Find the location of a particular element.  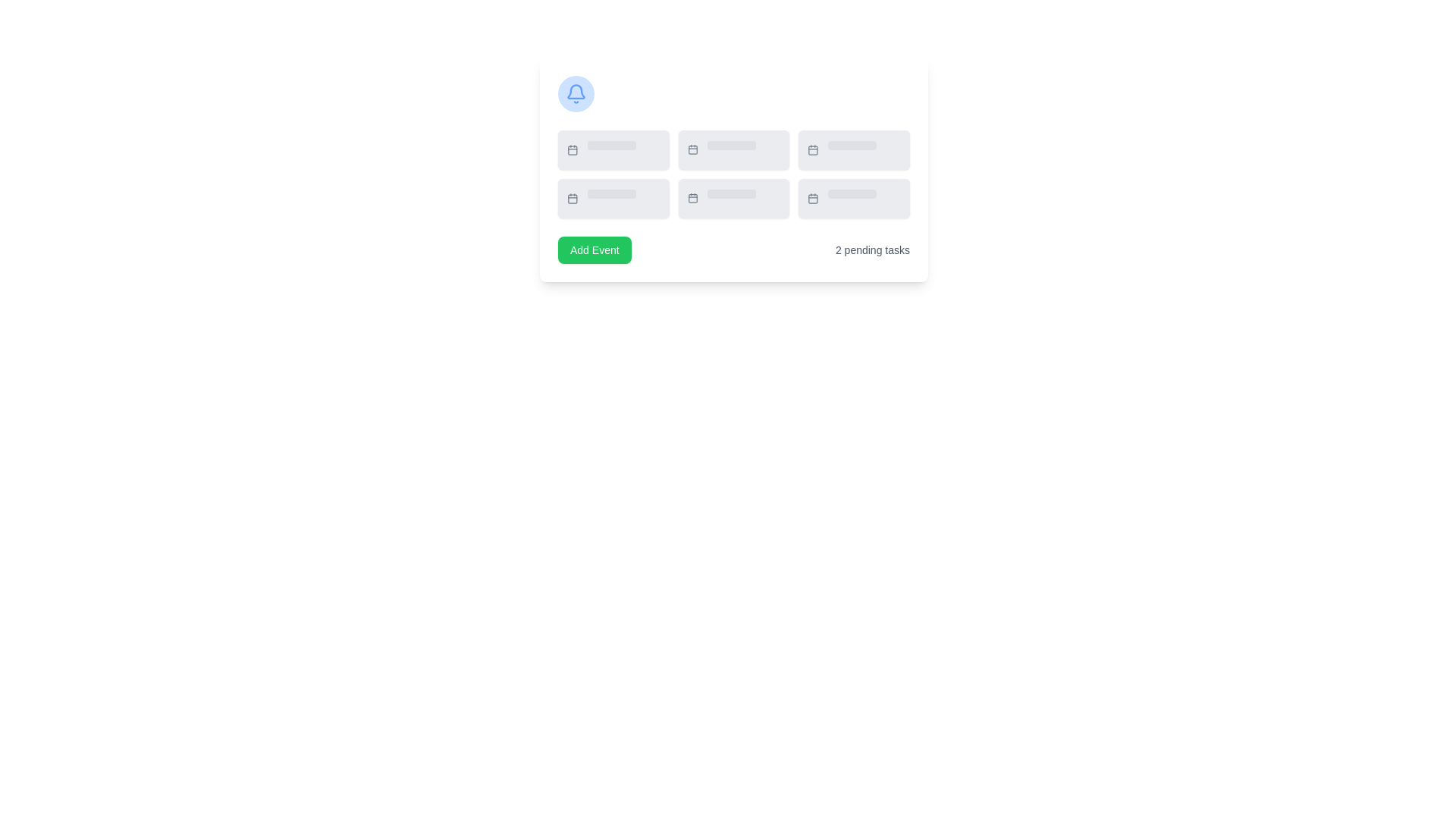

the Placeholding card component, which is positioned in the second row and first column of the grid layout is located at coordinates (613, 198).